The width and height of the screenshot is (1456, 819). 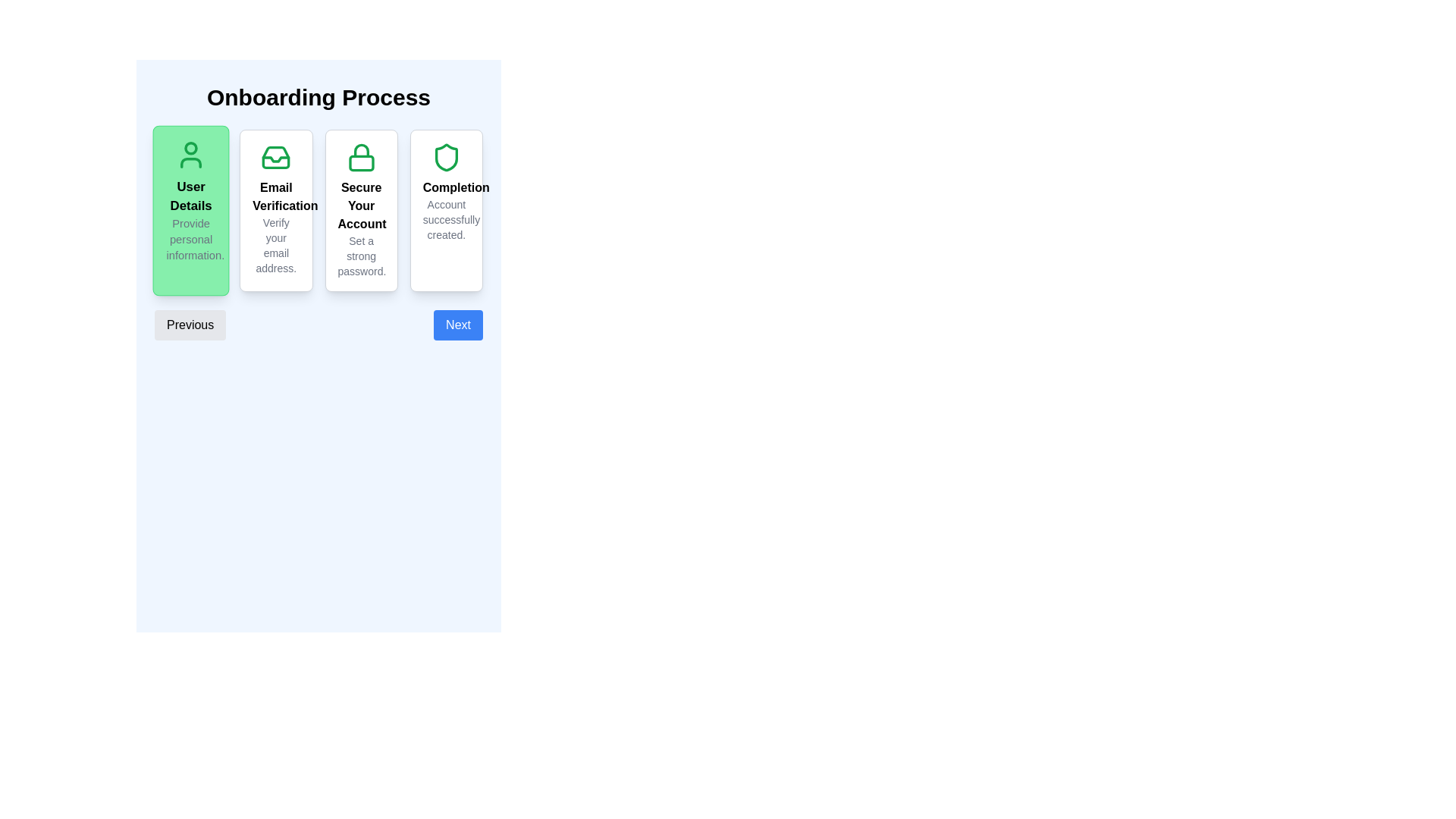 What do you see at coordinates (360, 158) in the screenshot?
I see `the green lock icon located at the top center of the third card labeled 'Secure Your Account', which features a rounded padlock shape and is styled with SVG details` at bounding box center [360, 158].